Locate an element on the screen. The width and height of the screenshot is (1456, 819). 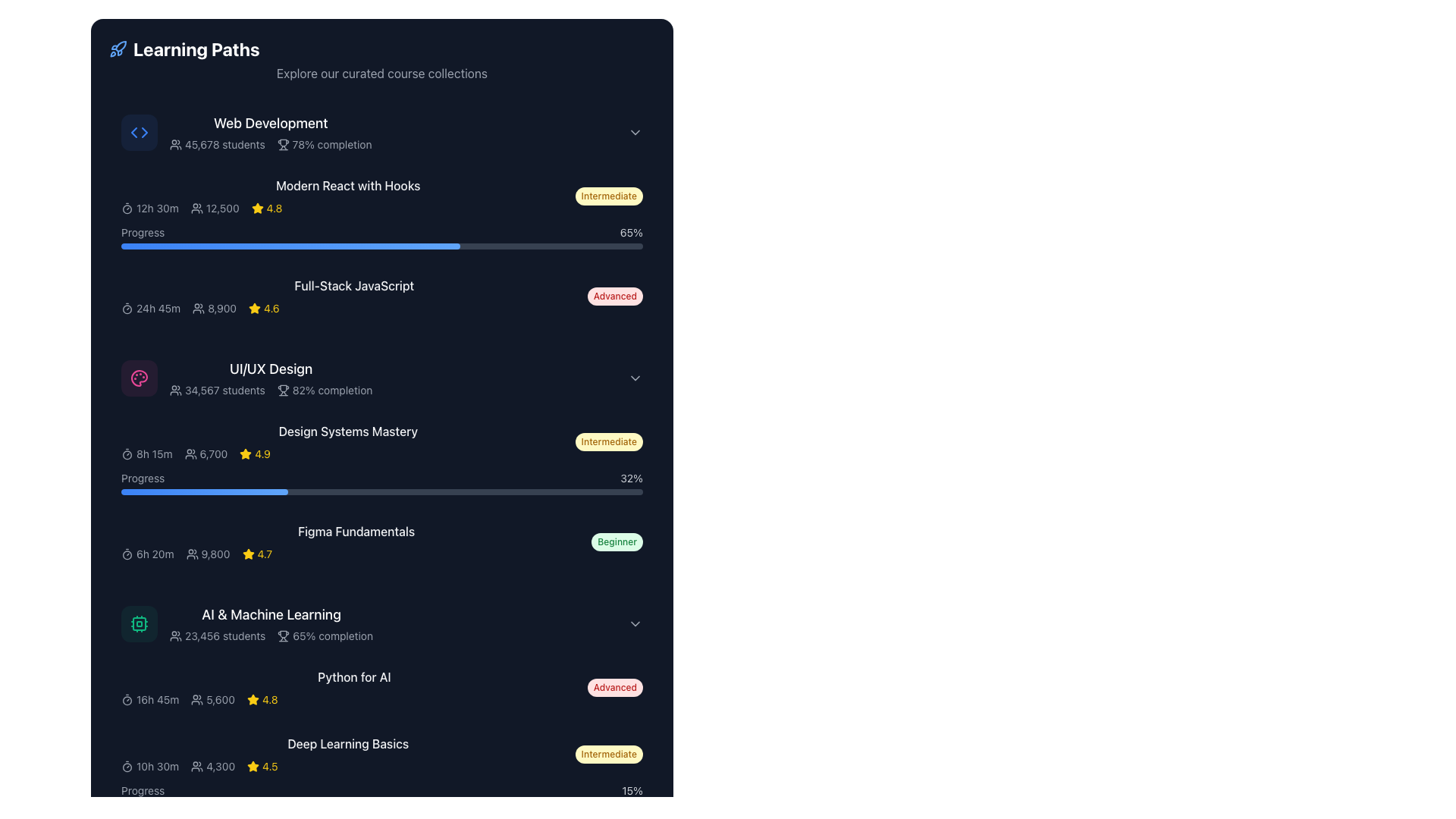
the user icon, which features a modern outline style depicting a group of three abstracted people, located to the left of the '45,678 students' text in the 'Web Development' section is located at coordinates (175, 145).